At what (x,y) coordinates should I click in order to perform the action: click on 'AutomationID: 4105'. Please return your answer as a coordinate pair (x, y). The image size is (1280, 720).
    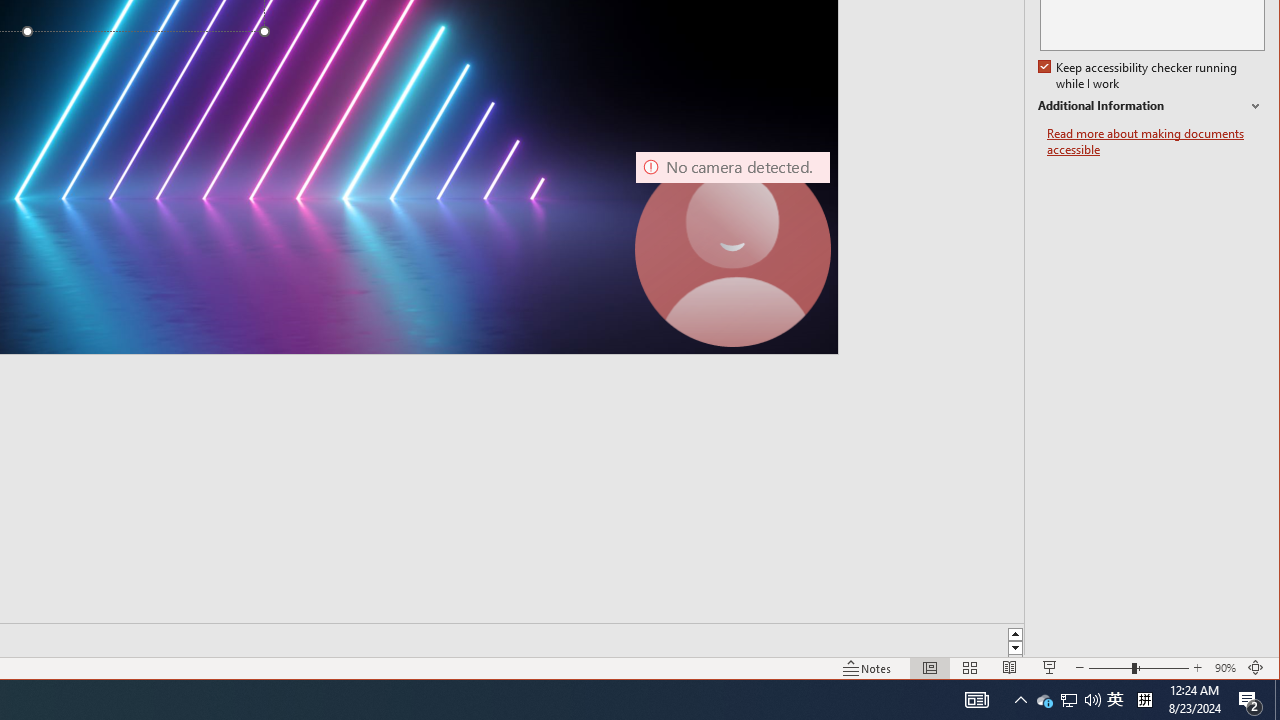
    Looking at the image, I should click on (977, 698).